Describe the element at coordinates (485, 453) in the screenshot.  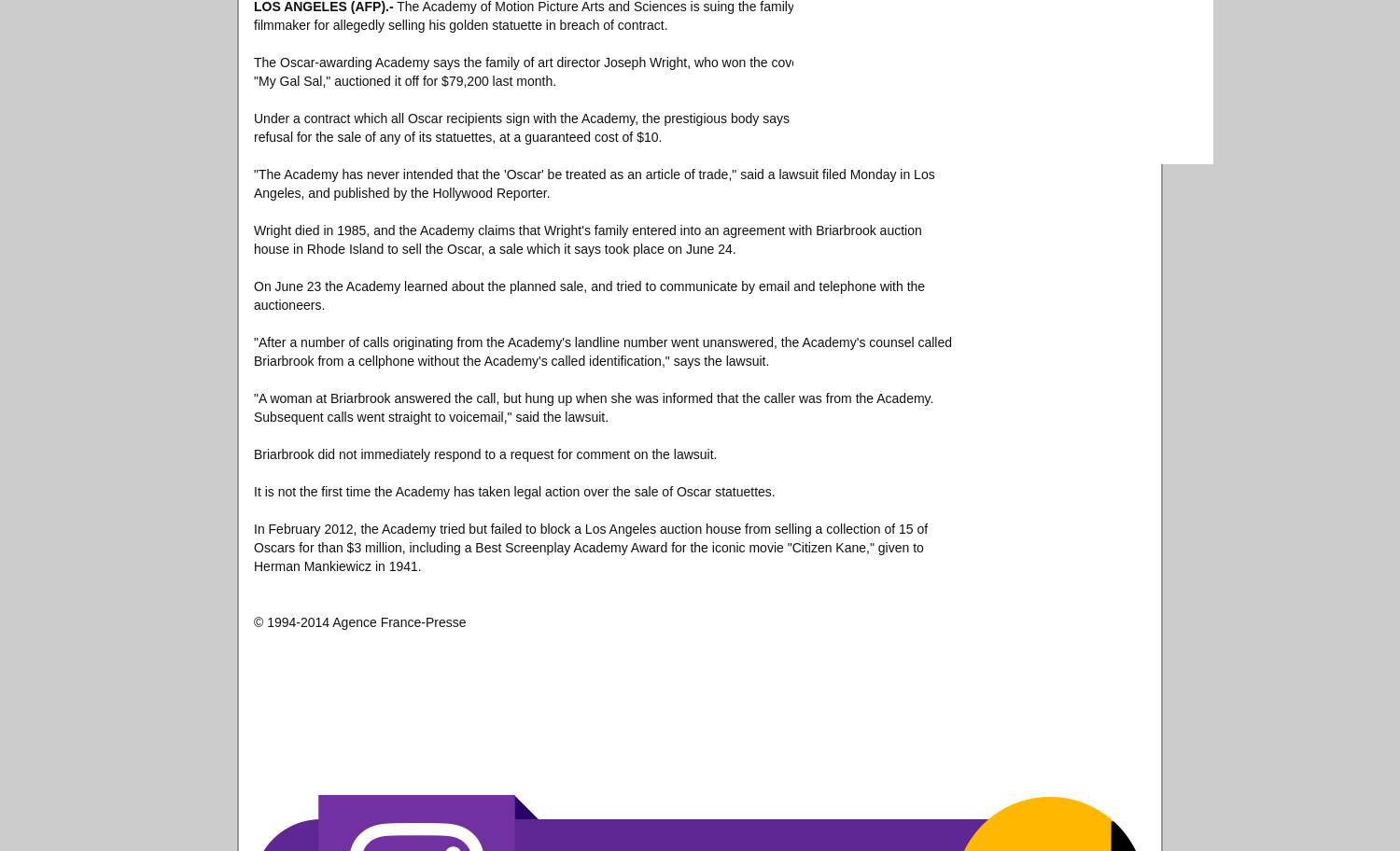
I see `'Briarbrook did not immediately respond to a request for comment on the lawsuit.'` at that location.